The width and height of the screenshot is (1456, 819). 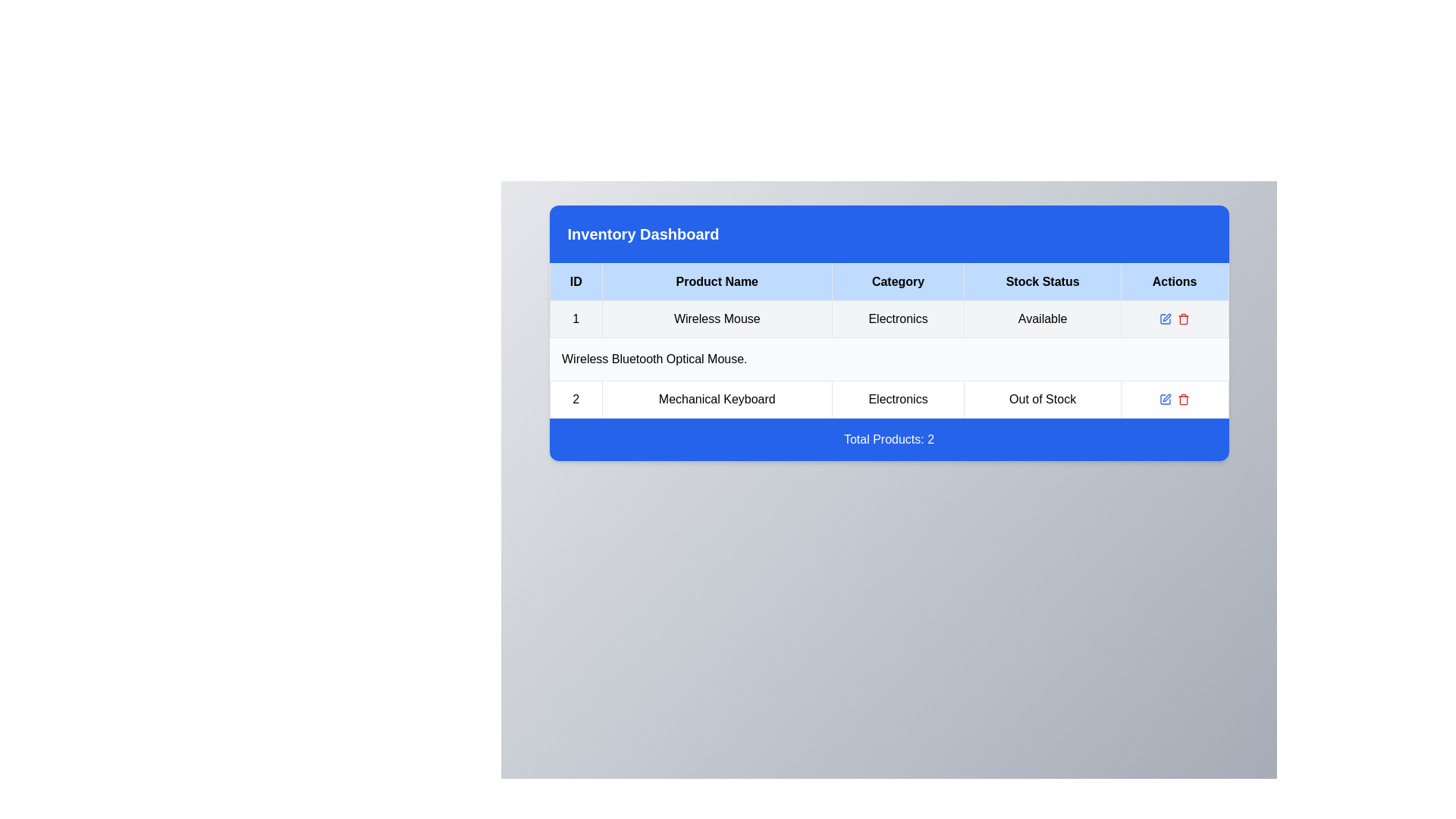 What do you see at coordinates (889, 439) in the screenshot?
I see `the Text Banner at the bottom of the panel that displays 'Total Products: 2' with a blue background and white text` at bounding box center [889, 439].